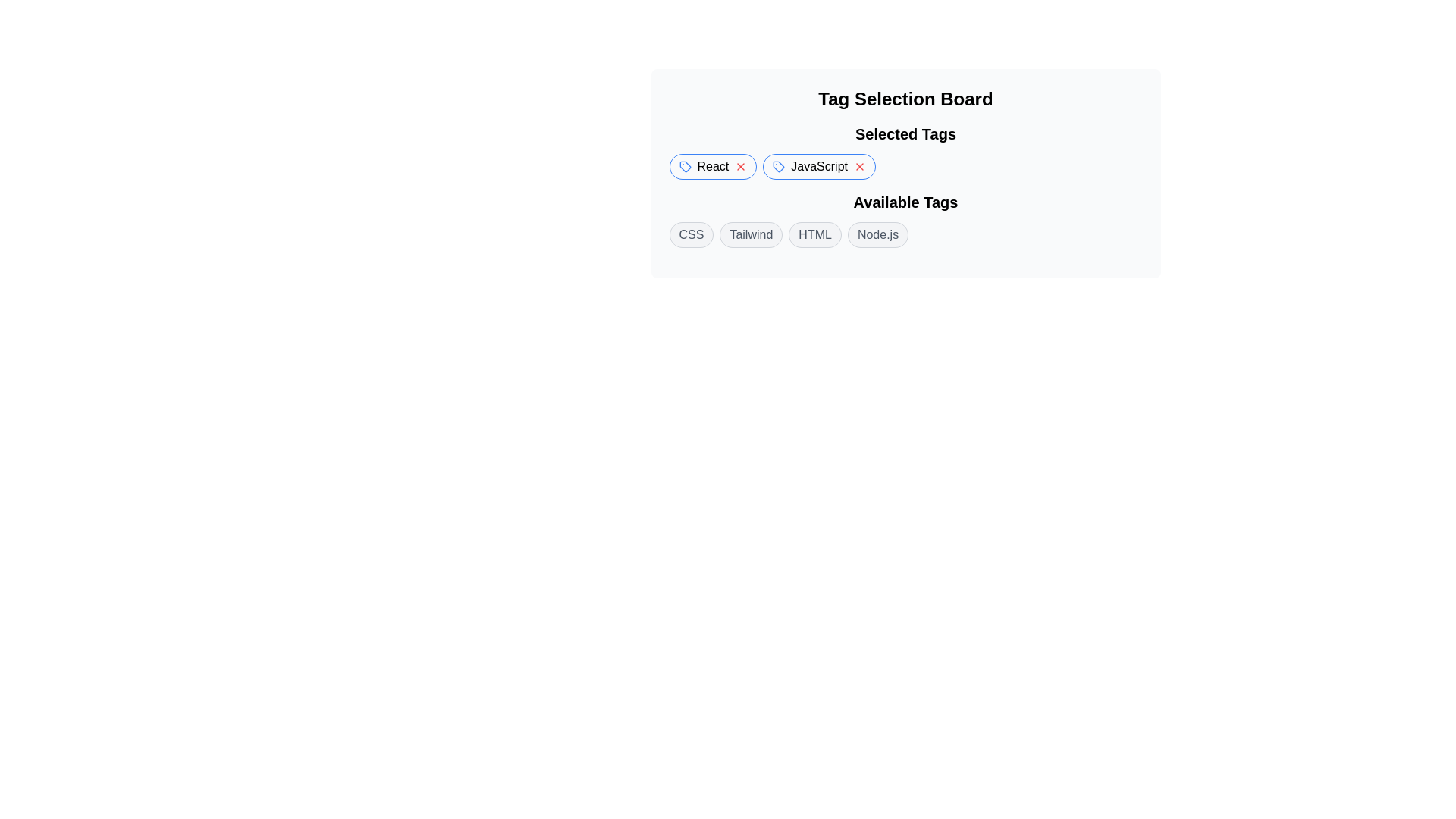 The height and width of the screenshot is (819, 1456). What do you see at coordinates (818, 166) in the screenshot?
I see `the 'JavaScript' tag with a remove button, which is the second item in the 'Selected Tags' section of the 'Tag Selection Board' interface` at bounding box center [818, 166].